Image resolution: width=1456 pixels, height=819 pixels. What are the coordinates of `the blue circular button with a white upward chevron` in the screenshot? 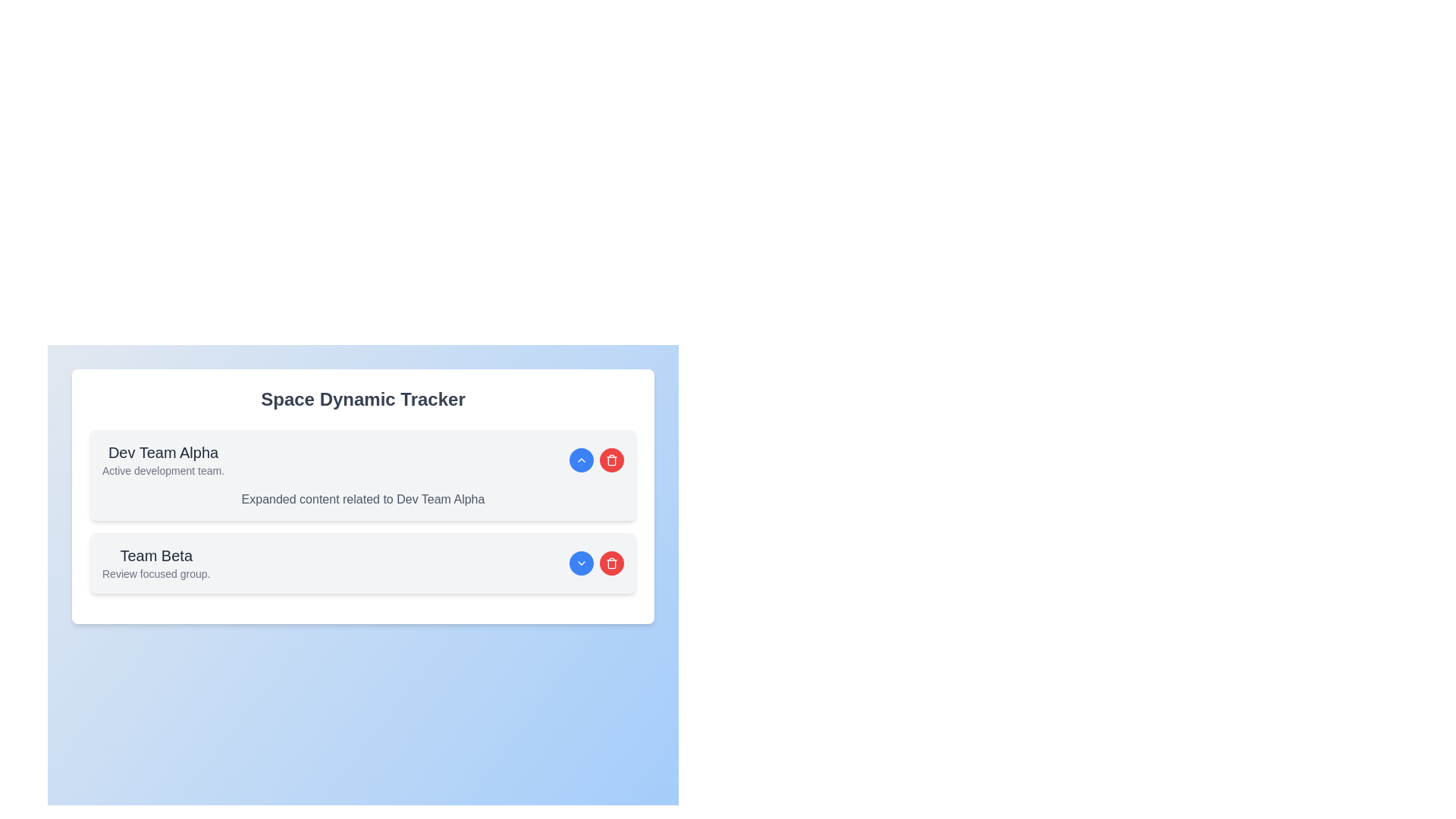 It's located at (596, 459).